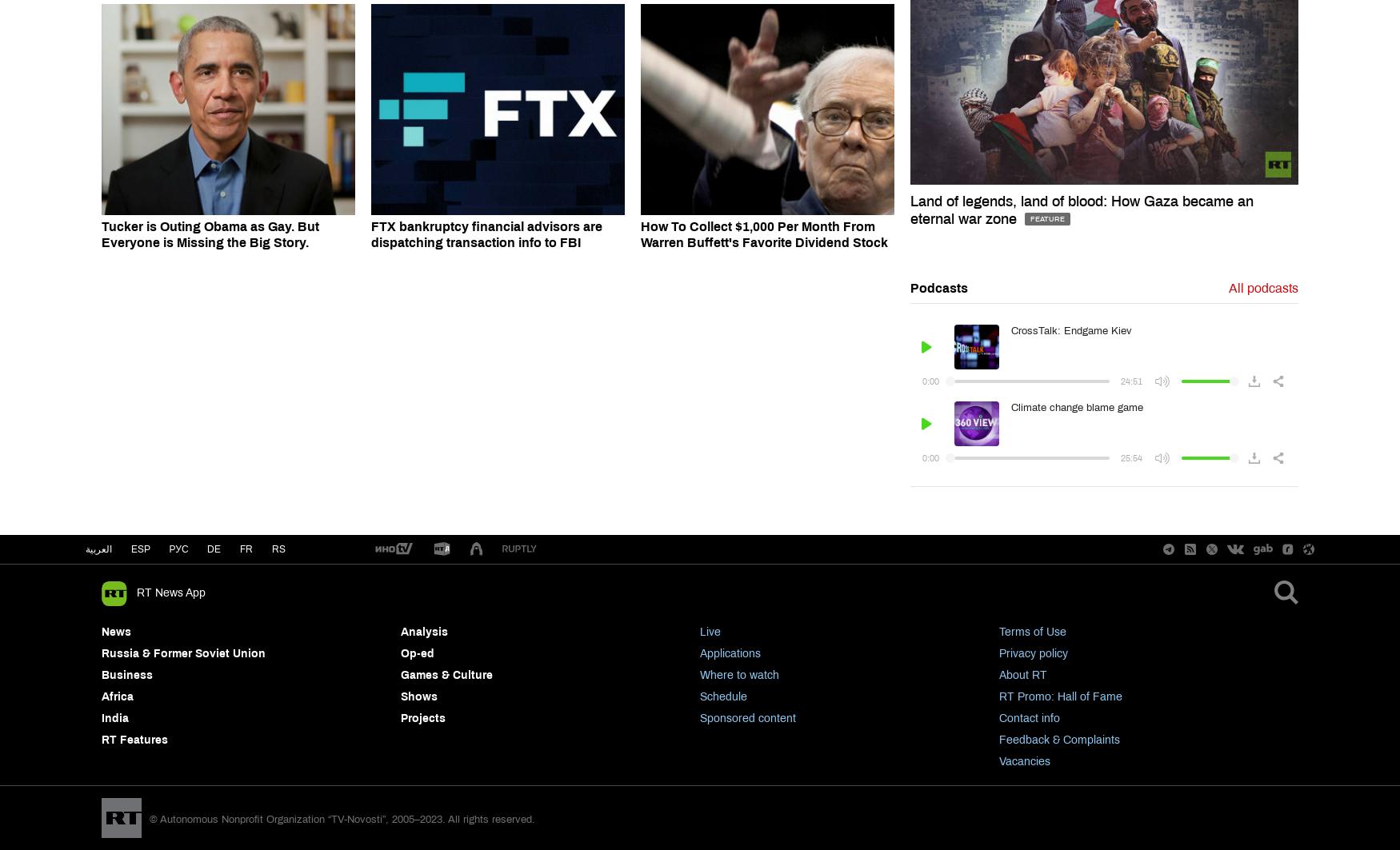 The height and width of the screenshot is (850, 1400). Describe the element at coordinates (700, 652) in the screenshot. I see `'Applications'` at that location.